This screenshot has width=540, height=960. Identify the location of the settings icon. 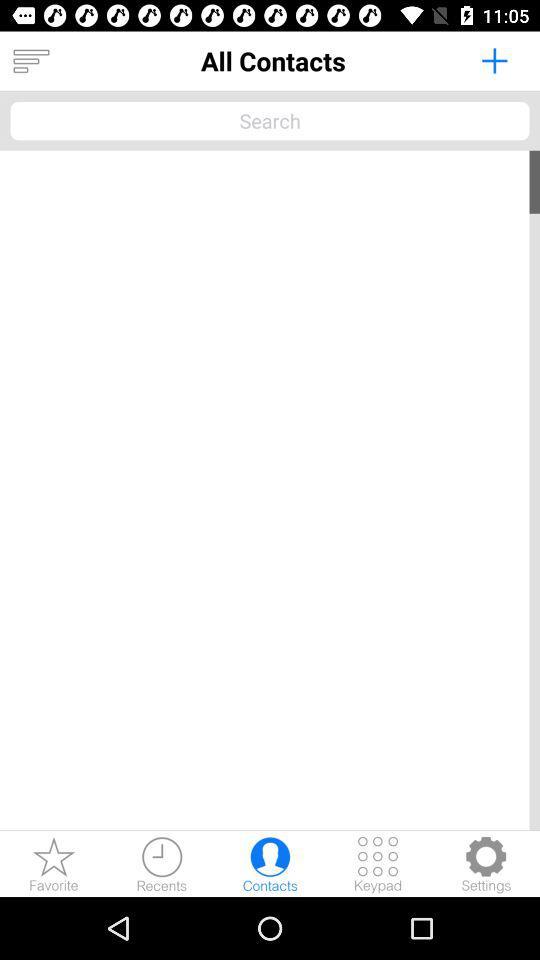
(485, 863).